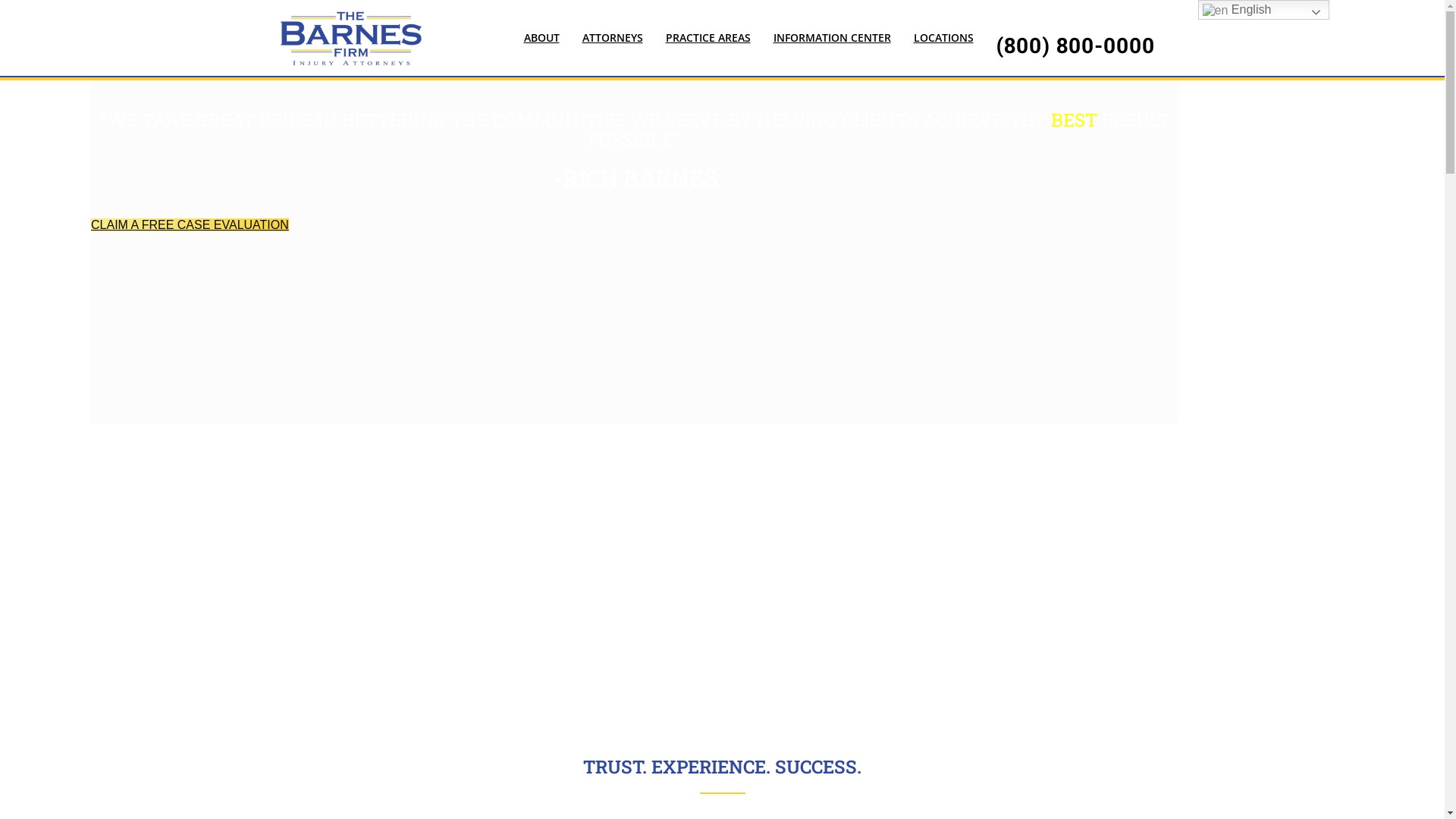  I want to click on 'English', so click(1197, 9).